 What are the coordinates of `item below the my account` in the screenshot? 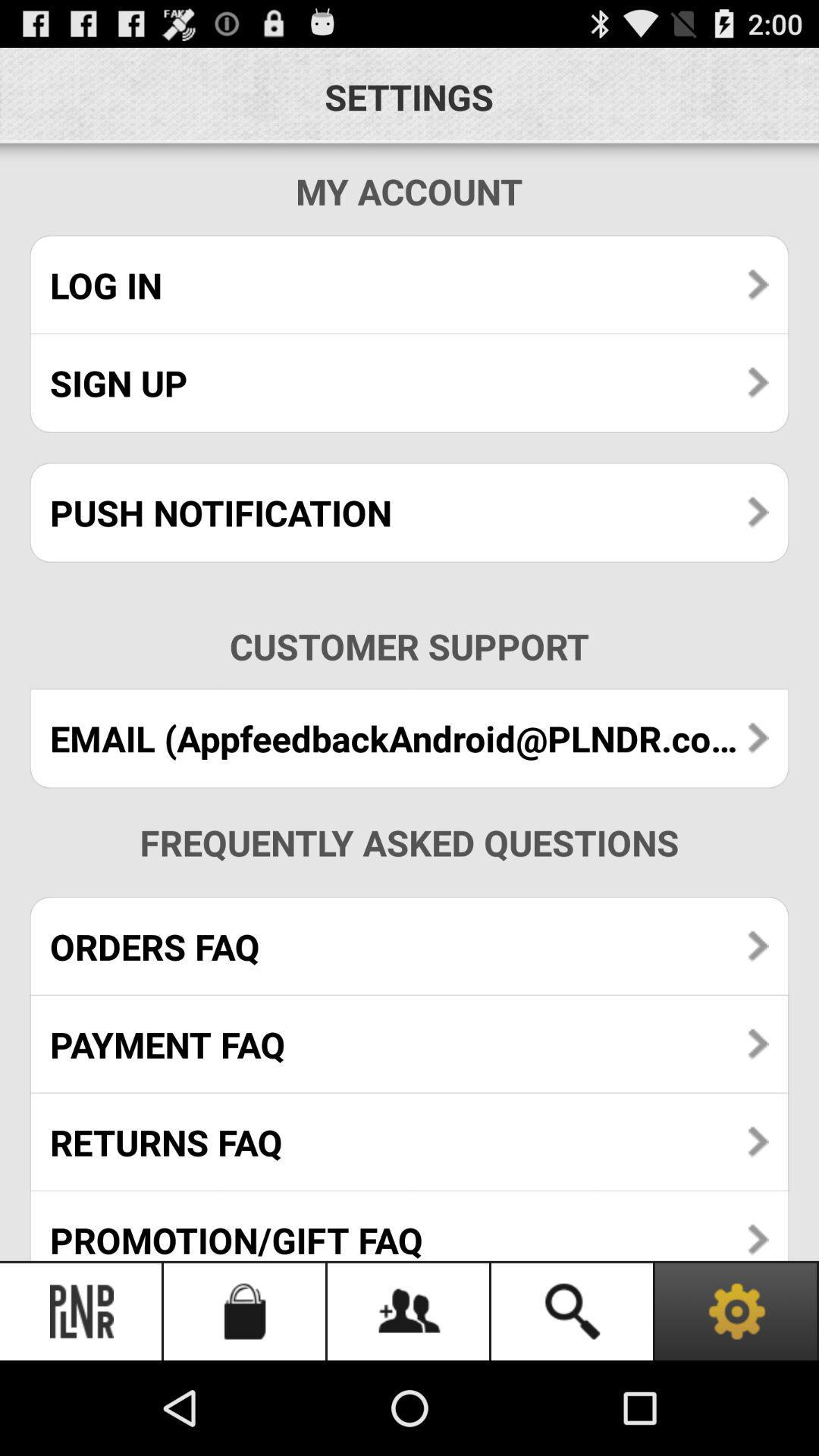 It's located at (409, 285).